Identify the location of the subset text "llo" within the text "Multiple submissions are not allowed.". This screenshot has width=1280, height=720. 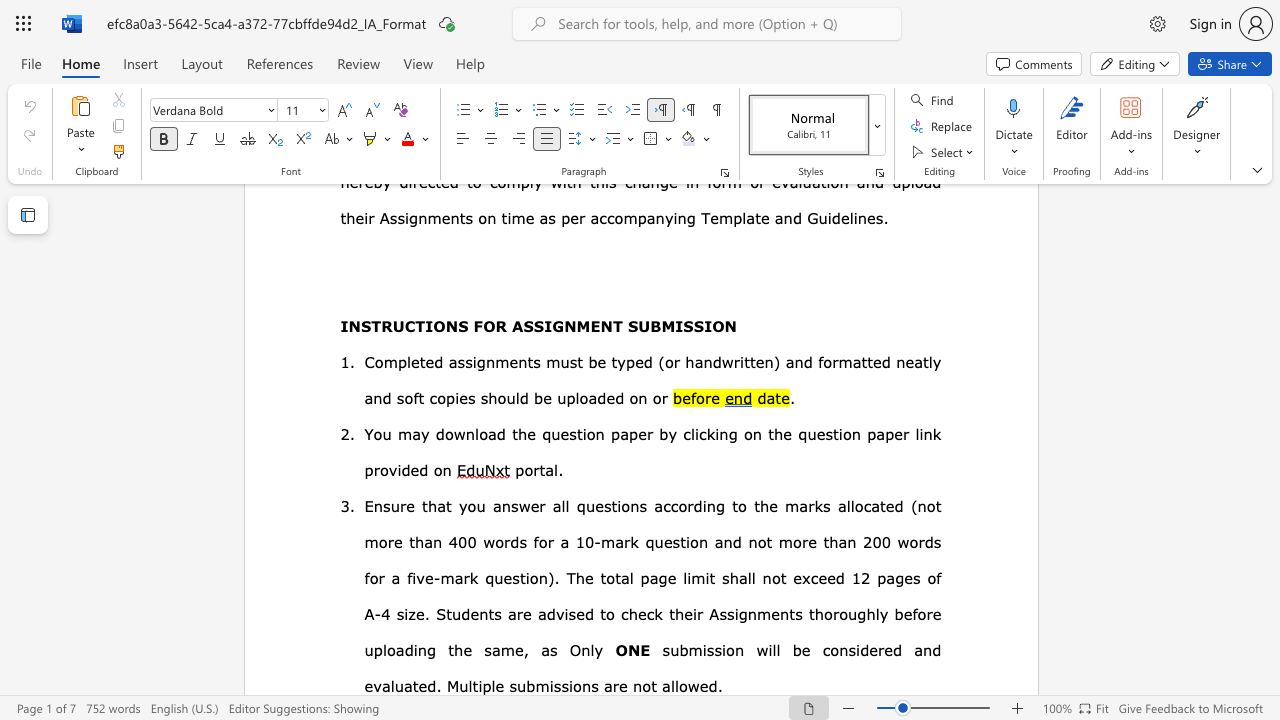
(670, 685).